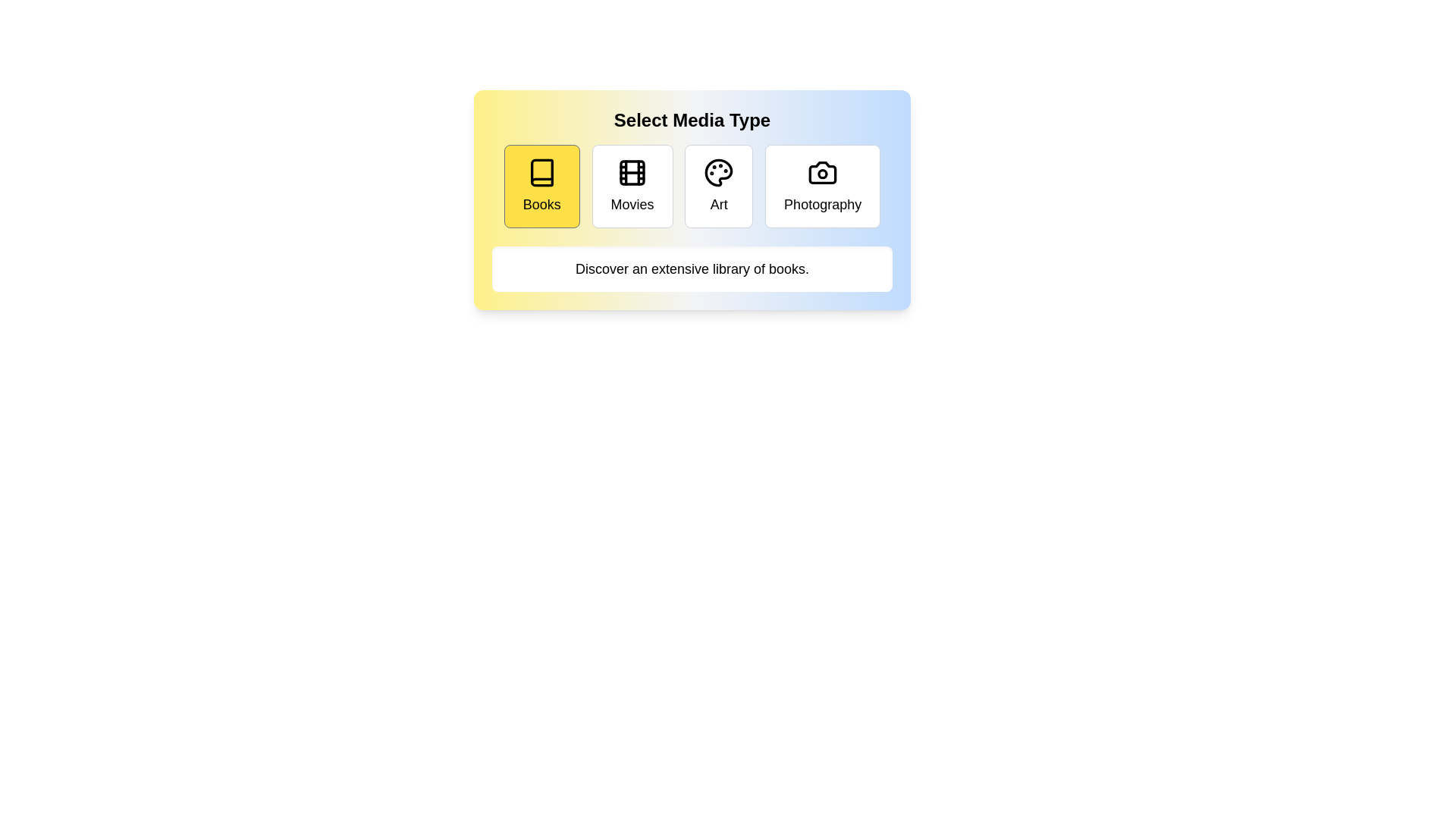 This screenshot has height=819, width=1456. What do you see at coordinates (822, 186) in the screenshot?
I see `the media type Photography by clicking the corresponding button` at bounding box center [822, 186].